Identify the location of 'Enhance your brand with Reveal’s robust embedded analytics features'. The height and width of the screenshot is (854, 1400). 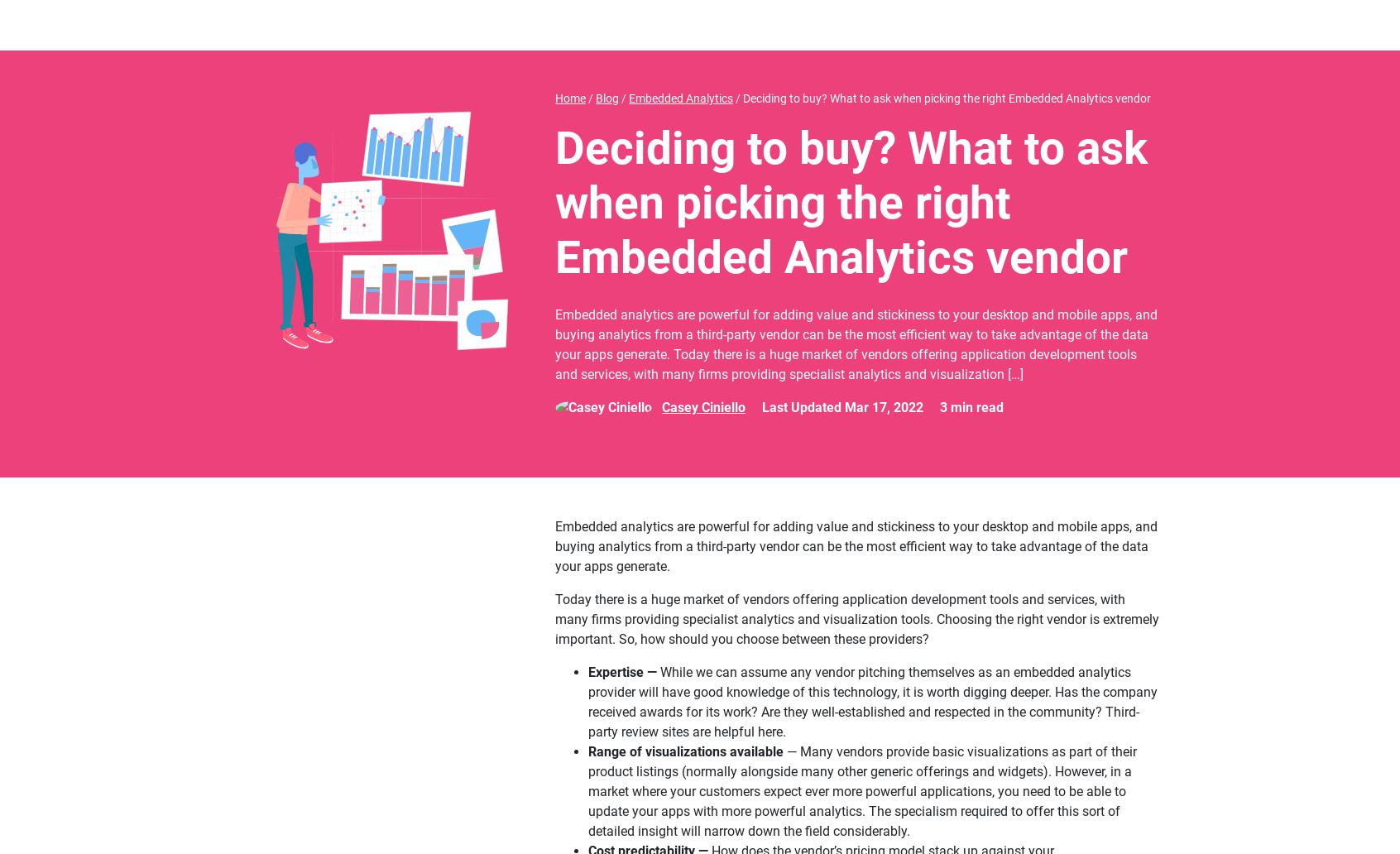
(528, 252).